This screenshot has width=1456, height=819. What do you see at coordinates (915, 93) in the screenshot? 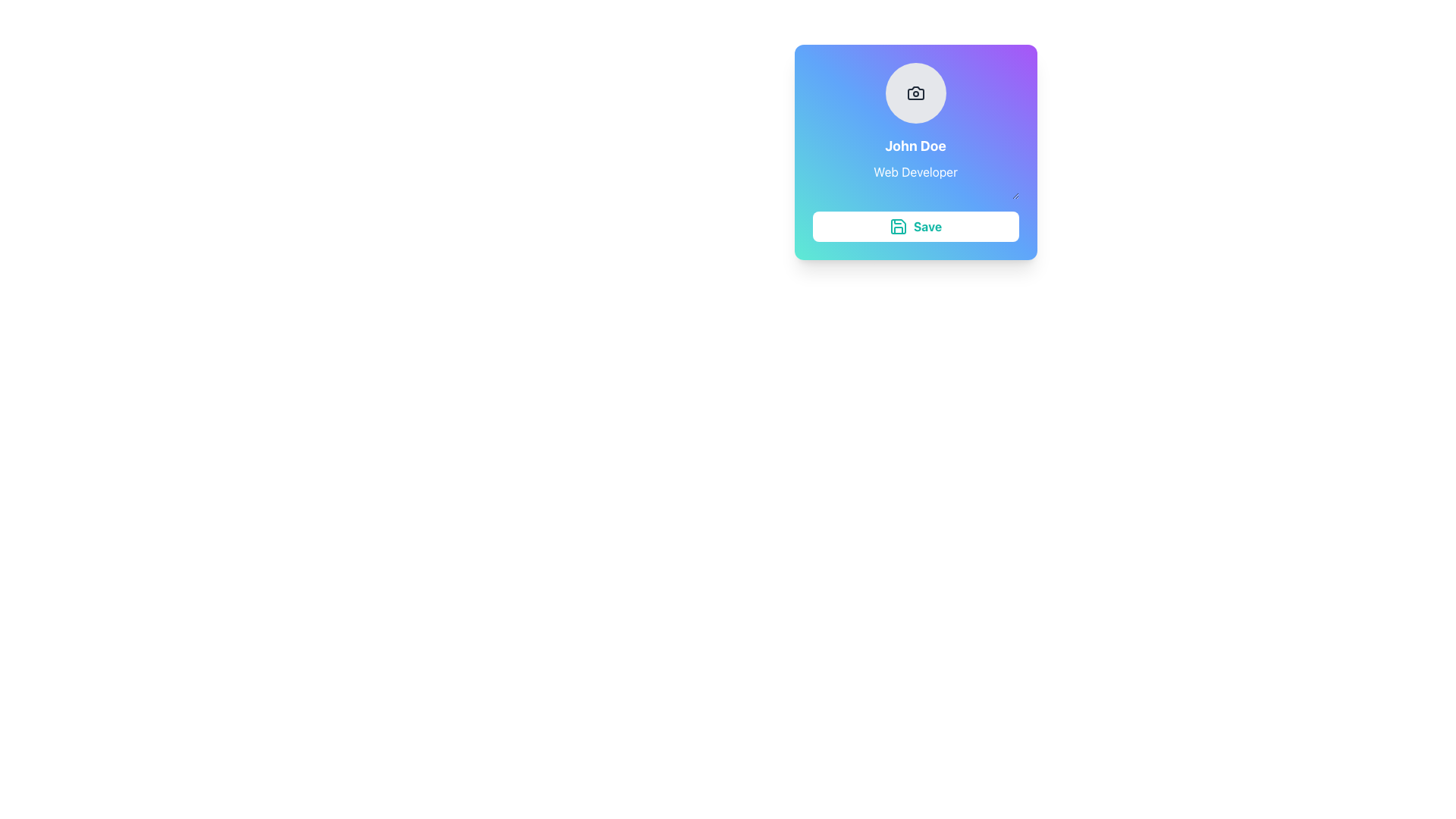
I see `the stylized camera icon located above the user name and title text in the bottom right of the containing bounding box` at bounding box center [915, 93].